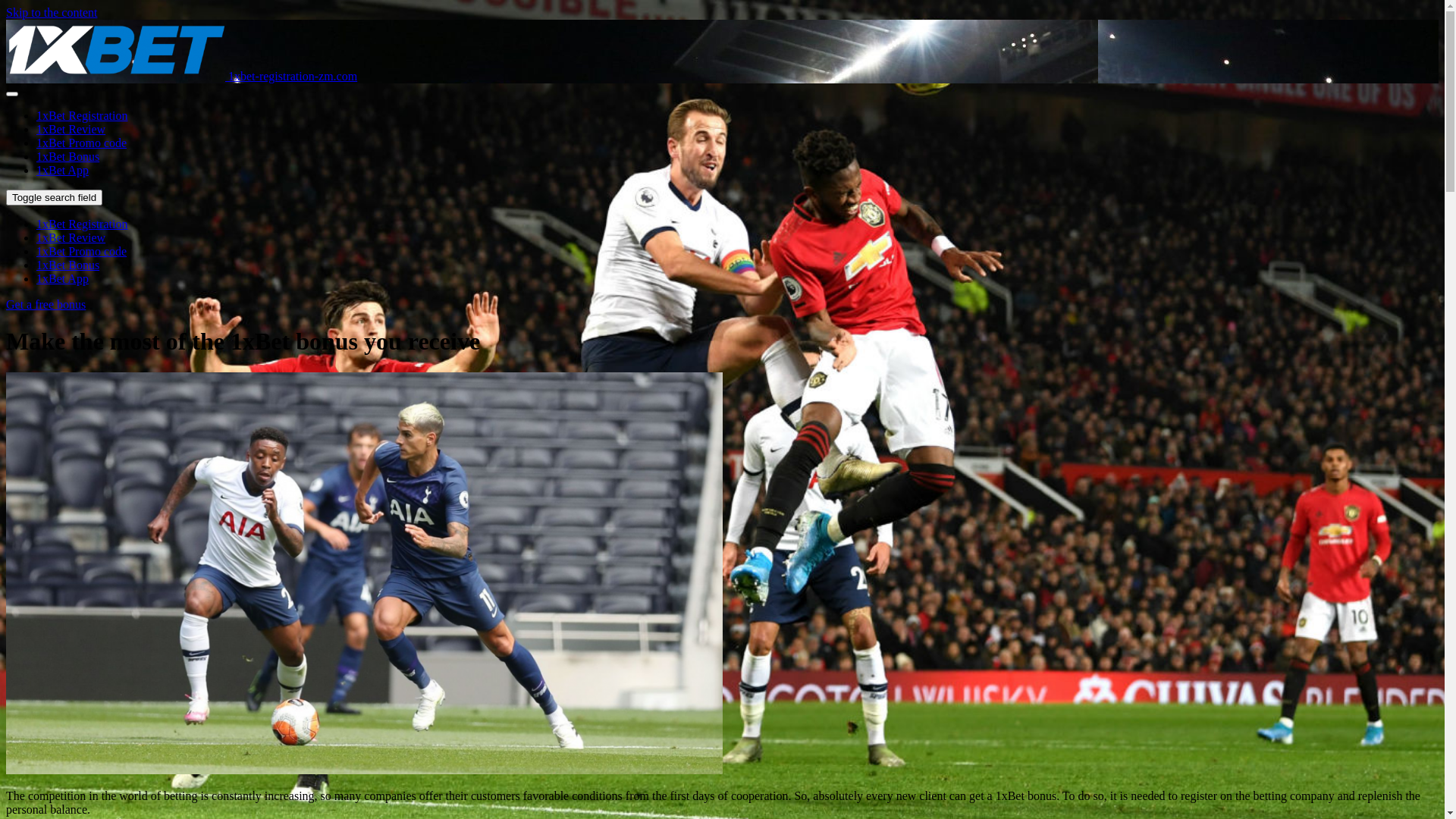 The height and width of the screenshot is (819, 1456). What do you see at coordinates (36, 250) in the screenshot?
I see `'1xBet Promo code'` at bounding box center [36, 250].